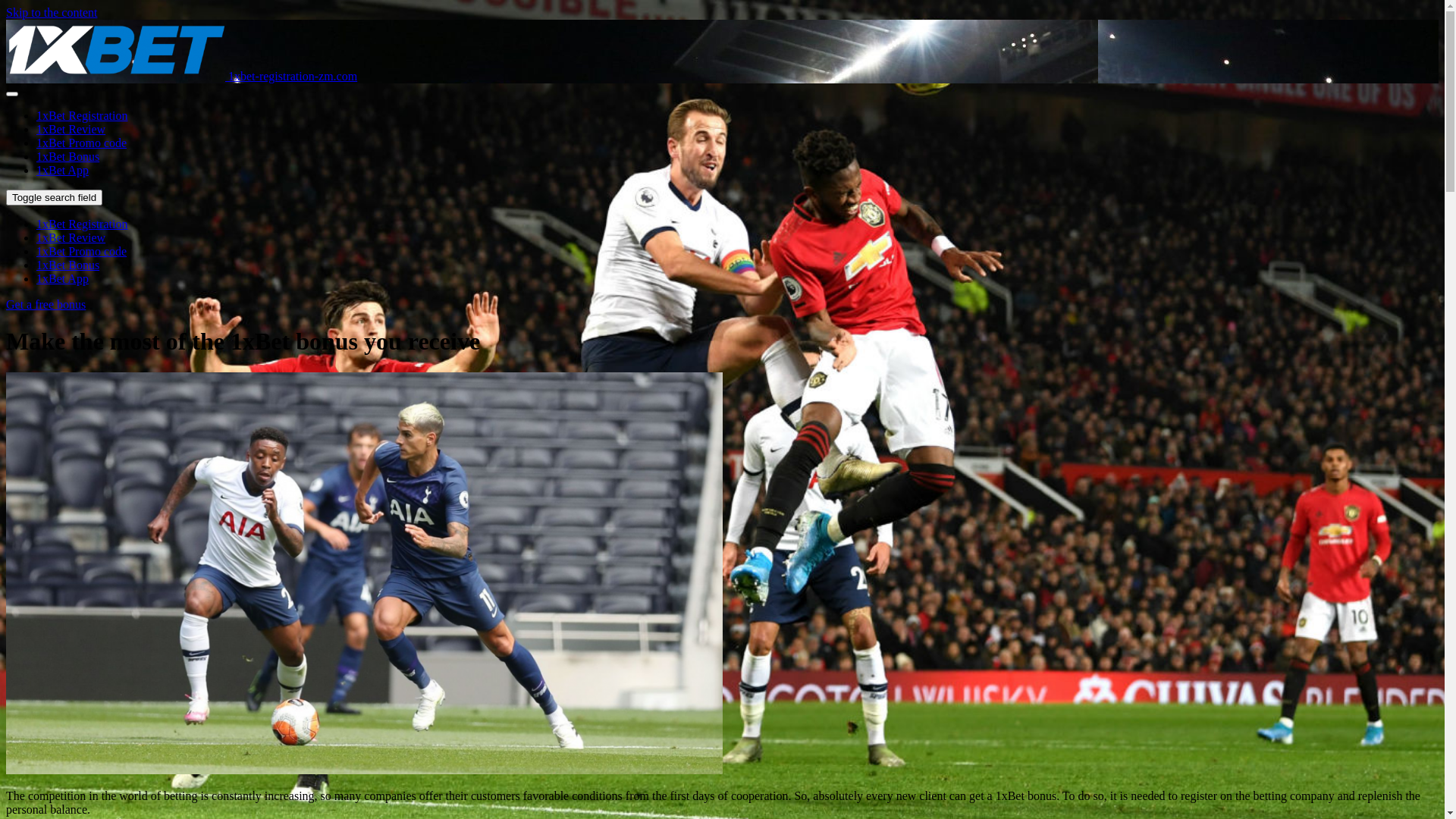 The height and width of the screenshot is (819, 1456). What do you see at coordinates (36, 250) in the screenshot?
I see `'1xBet Promo code'` at bounding box center [36, 250].